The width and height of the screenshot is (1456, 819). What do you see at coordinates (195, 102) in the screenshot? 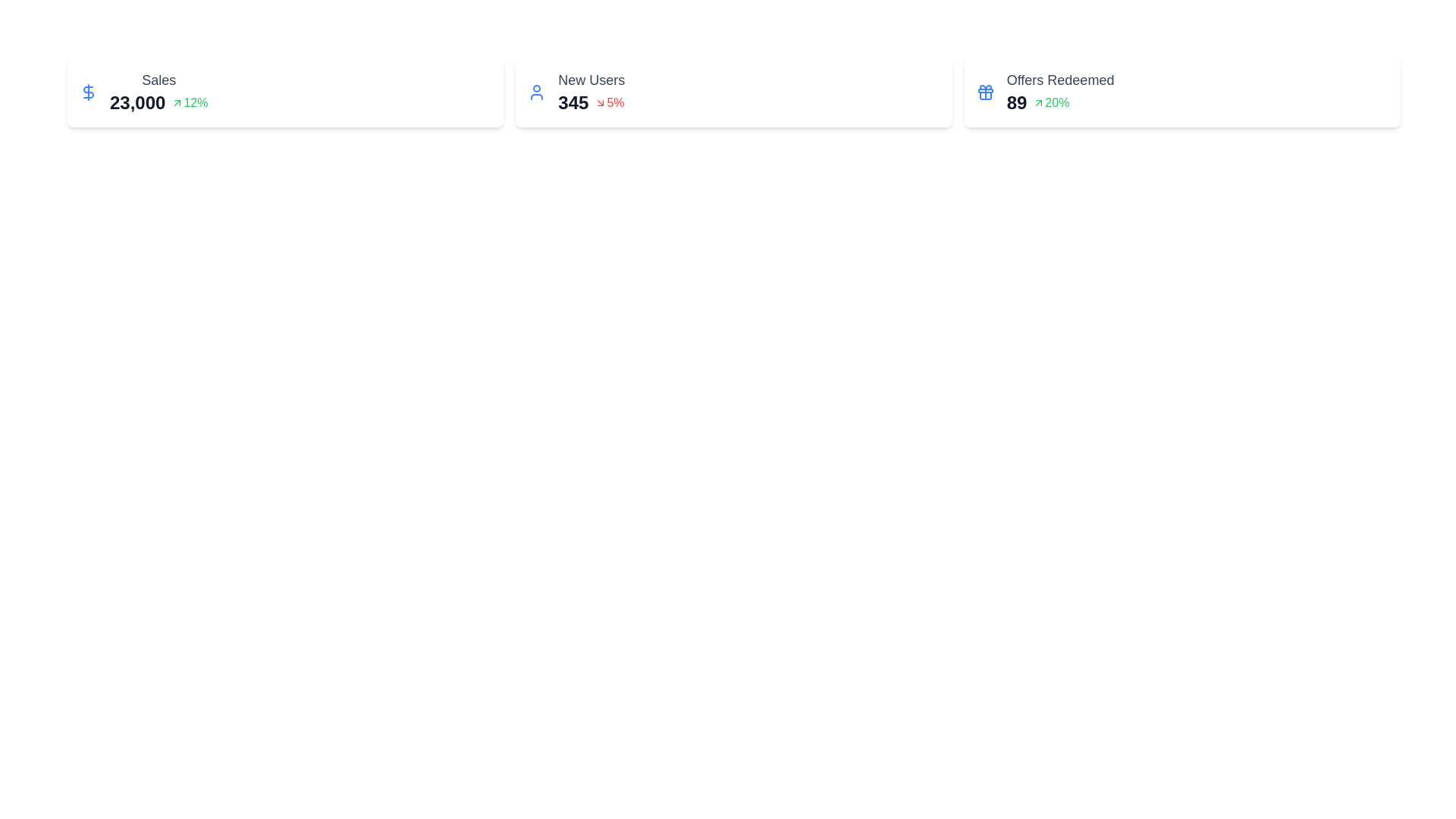
I see `the green-styled text label displaying '12%' located within the first information card, to the right of the green upward arrow icon and under the strings '$' and 'Sales'` at bounding box center [195, 102].